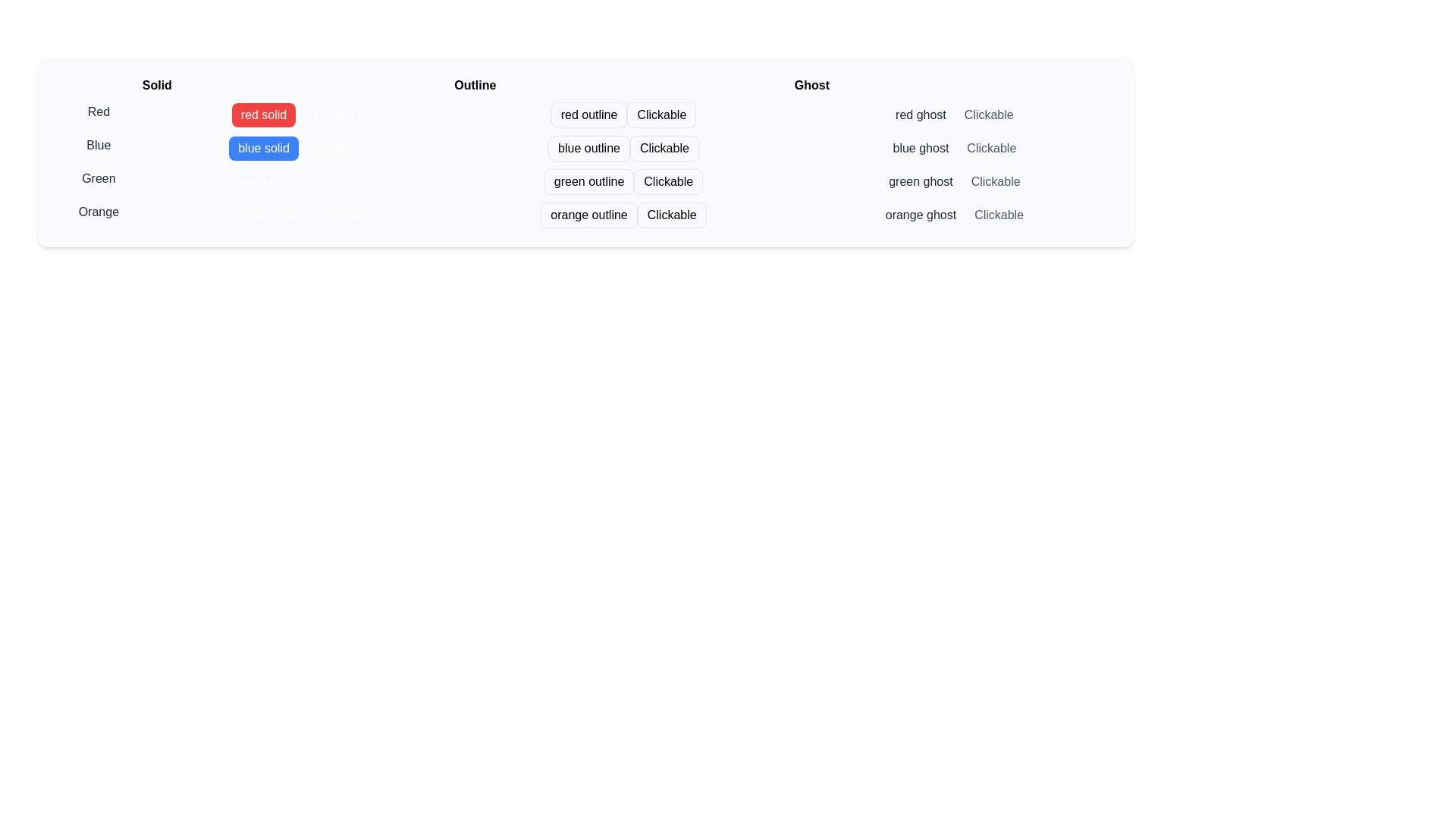 This screenshot has width=1456, height=819. I want to click on the label displaying the text 'blue ghost' which is located in the third column under the 'Ghost' section, appearing second in a vertical stack, so click(920, 149).